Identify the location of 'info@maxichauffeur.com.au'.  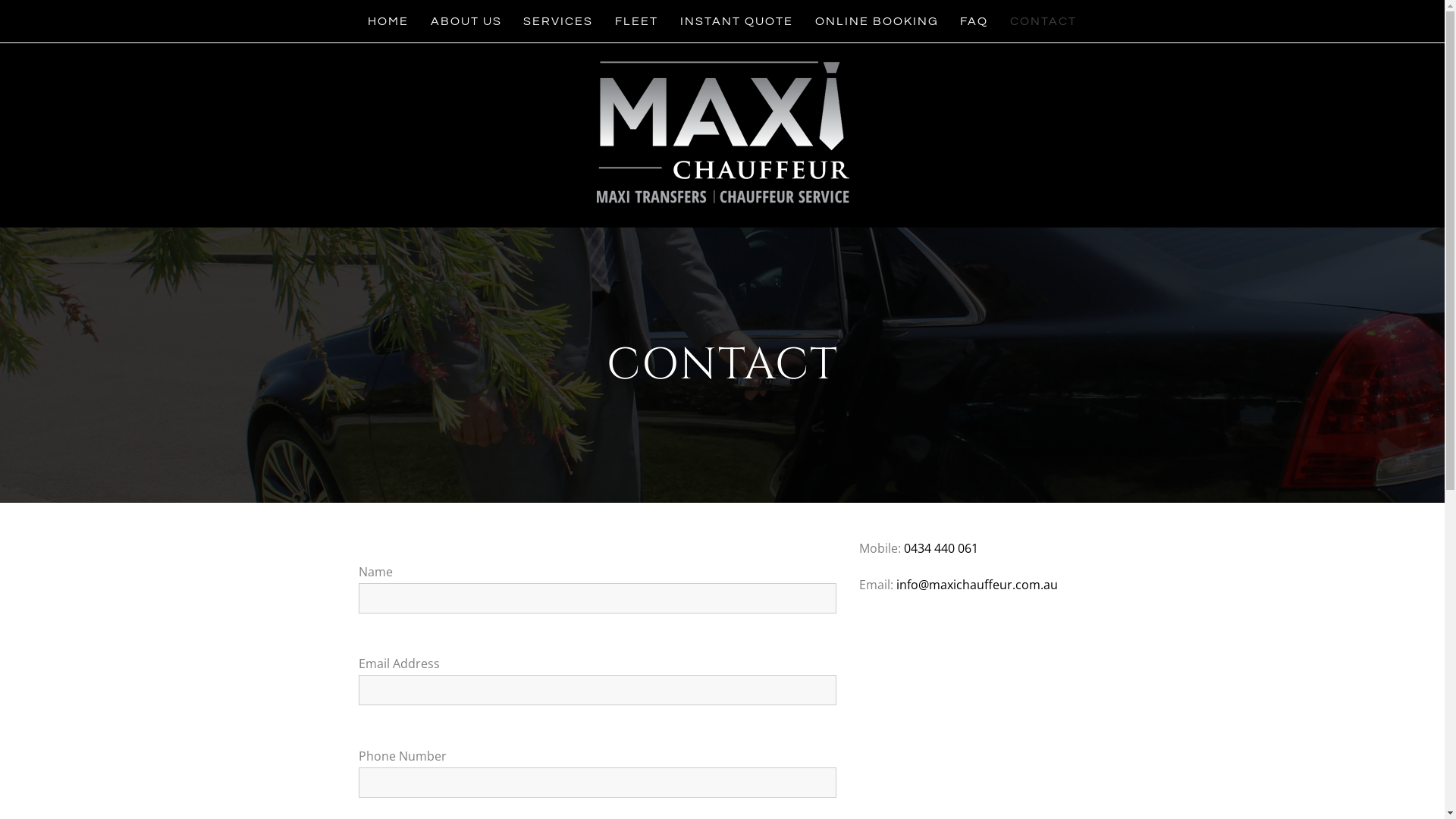
(977, 584).